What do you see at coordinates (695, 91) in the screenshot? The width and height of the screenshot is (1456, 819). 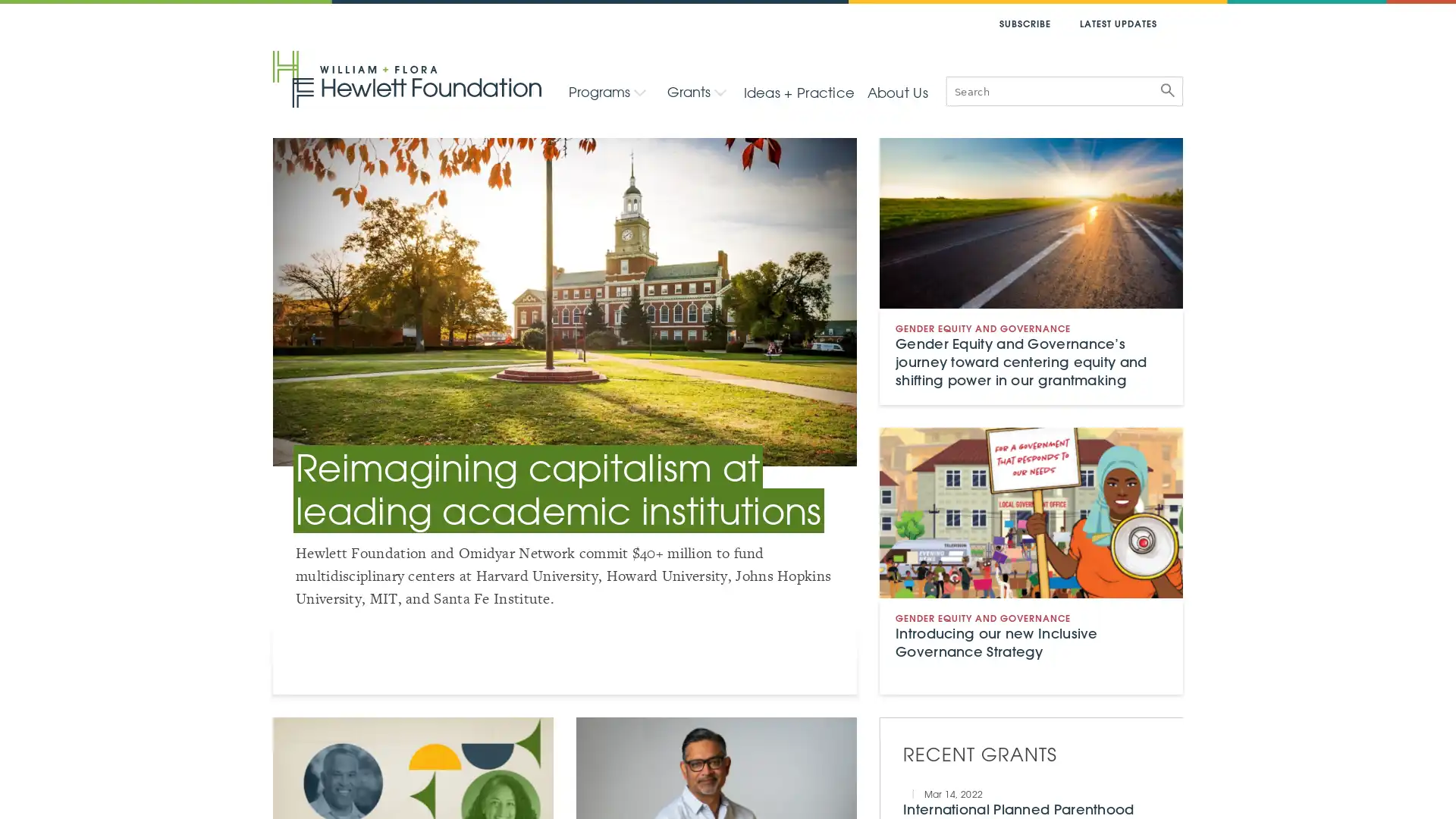 I see `Grants` at bounding box center [695, 91].